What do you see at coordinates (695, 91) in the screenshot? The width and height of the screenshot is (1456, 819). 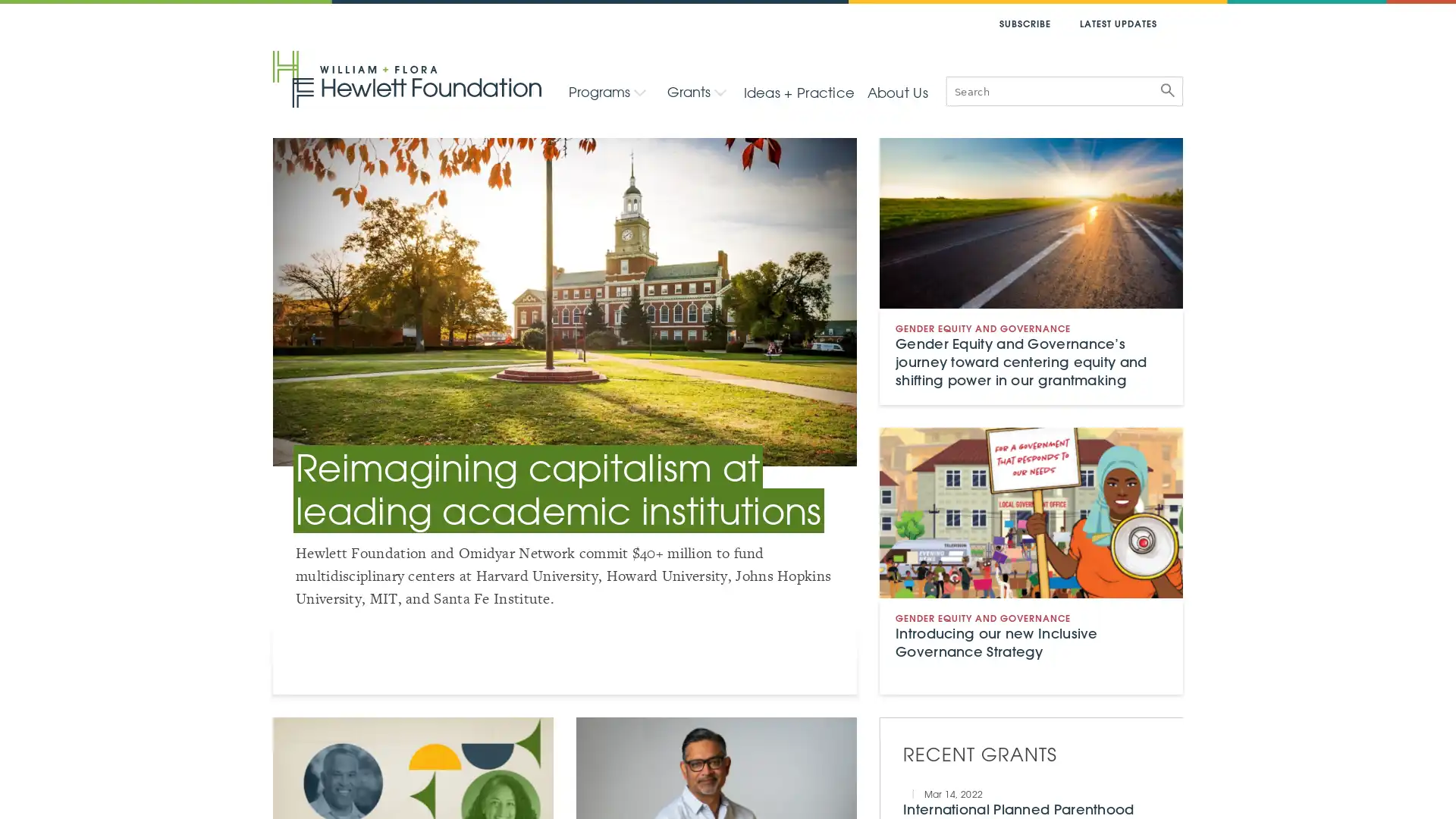 I see `Grants` at bounding box center [695, 91].